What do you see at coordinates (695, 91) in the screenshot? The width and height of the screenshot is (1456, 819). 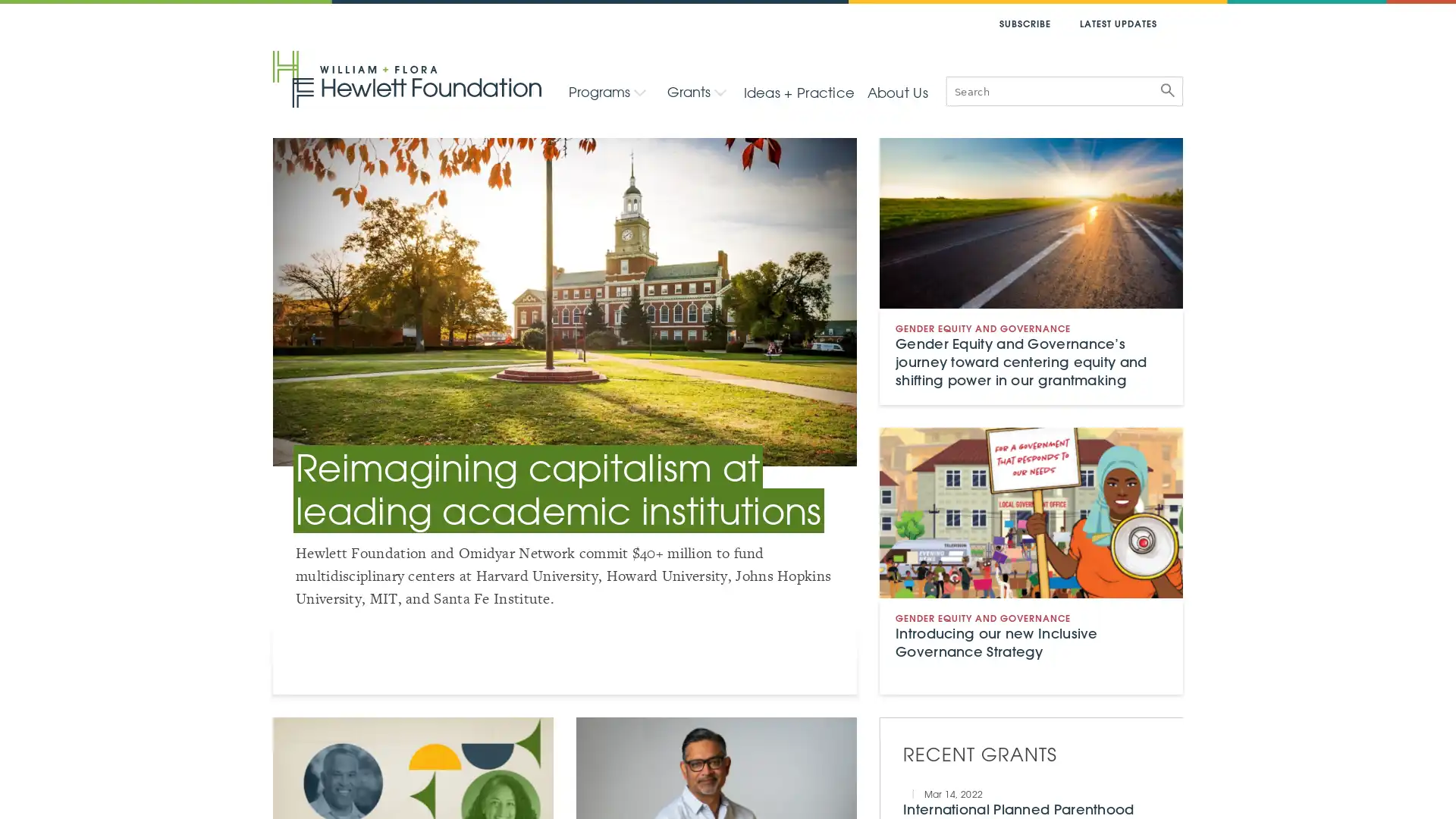 I see `Grants` at bounding box center [695, 91].